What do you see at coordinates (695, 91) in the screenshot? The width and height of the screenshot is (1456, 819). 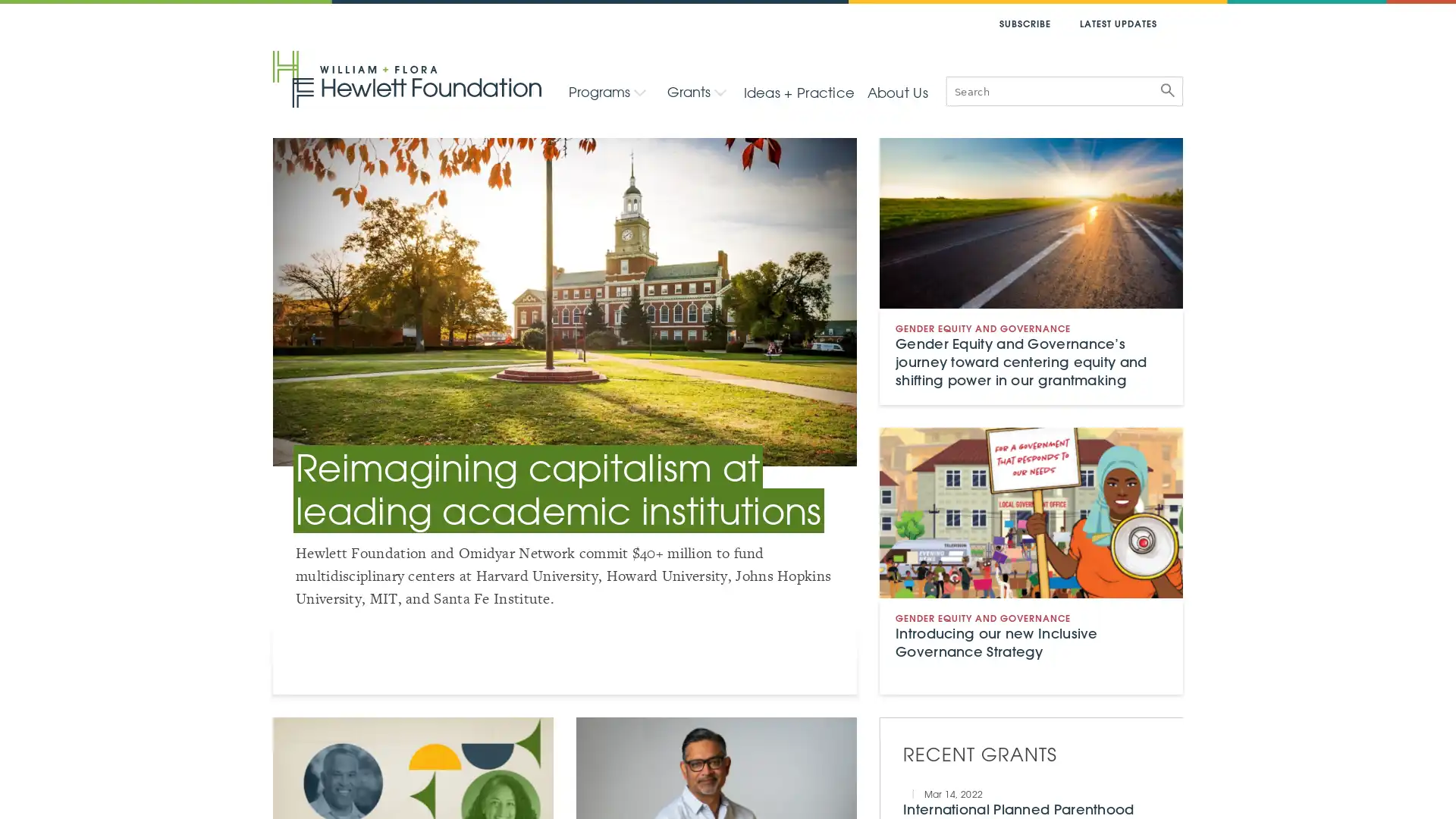 I see `Grants` at bounding box center [695, 91].